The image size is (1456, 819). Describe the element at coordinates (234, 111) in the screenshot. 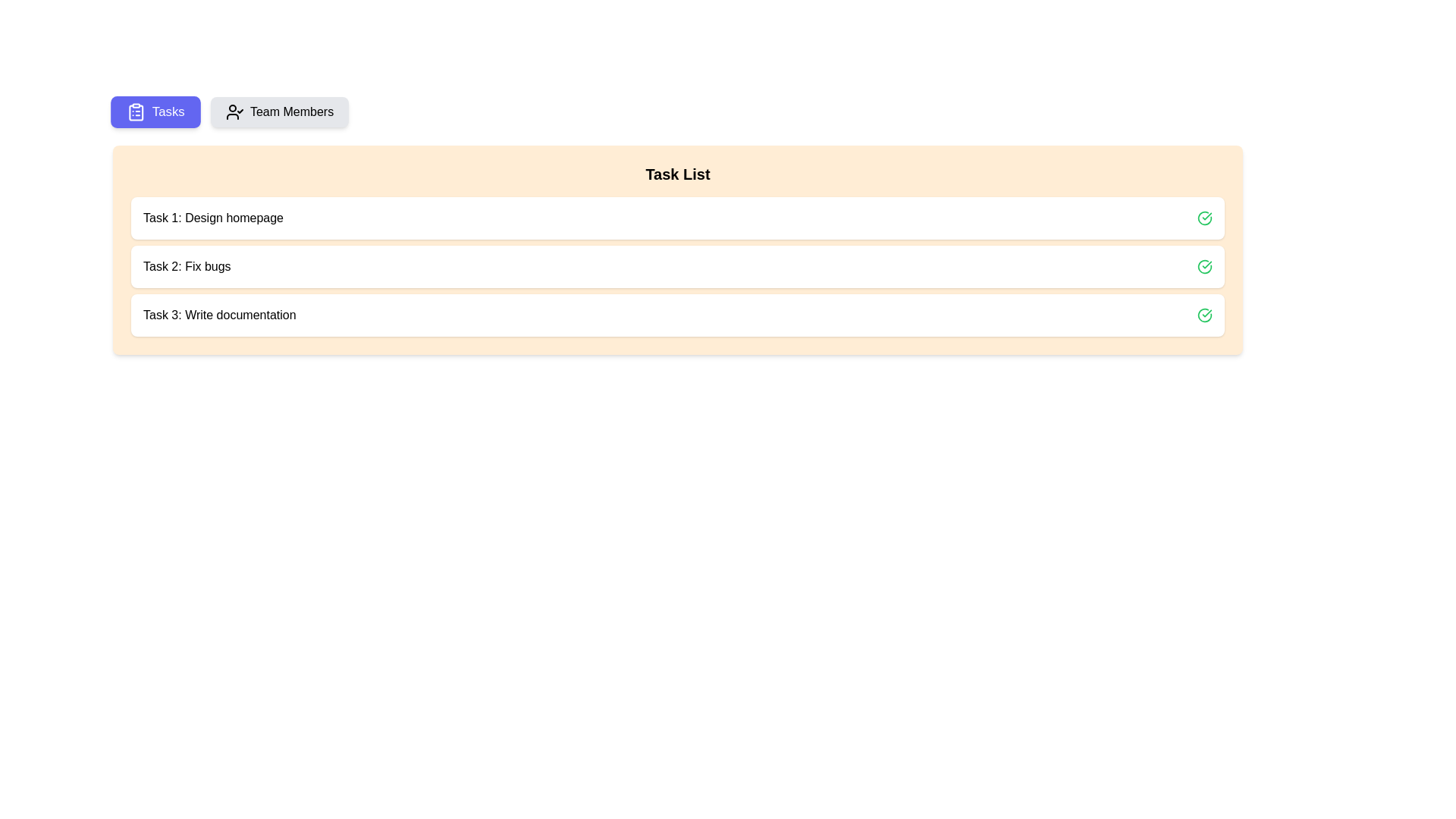

I see `the SVG icon of a user profile with a checkmark, which is styled with a black outline and positioned next to the 'Team Members' text` at that location.